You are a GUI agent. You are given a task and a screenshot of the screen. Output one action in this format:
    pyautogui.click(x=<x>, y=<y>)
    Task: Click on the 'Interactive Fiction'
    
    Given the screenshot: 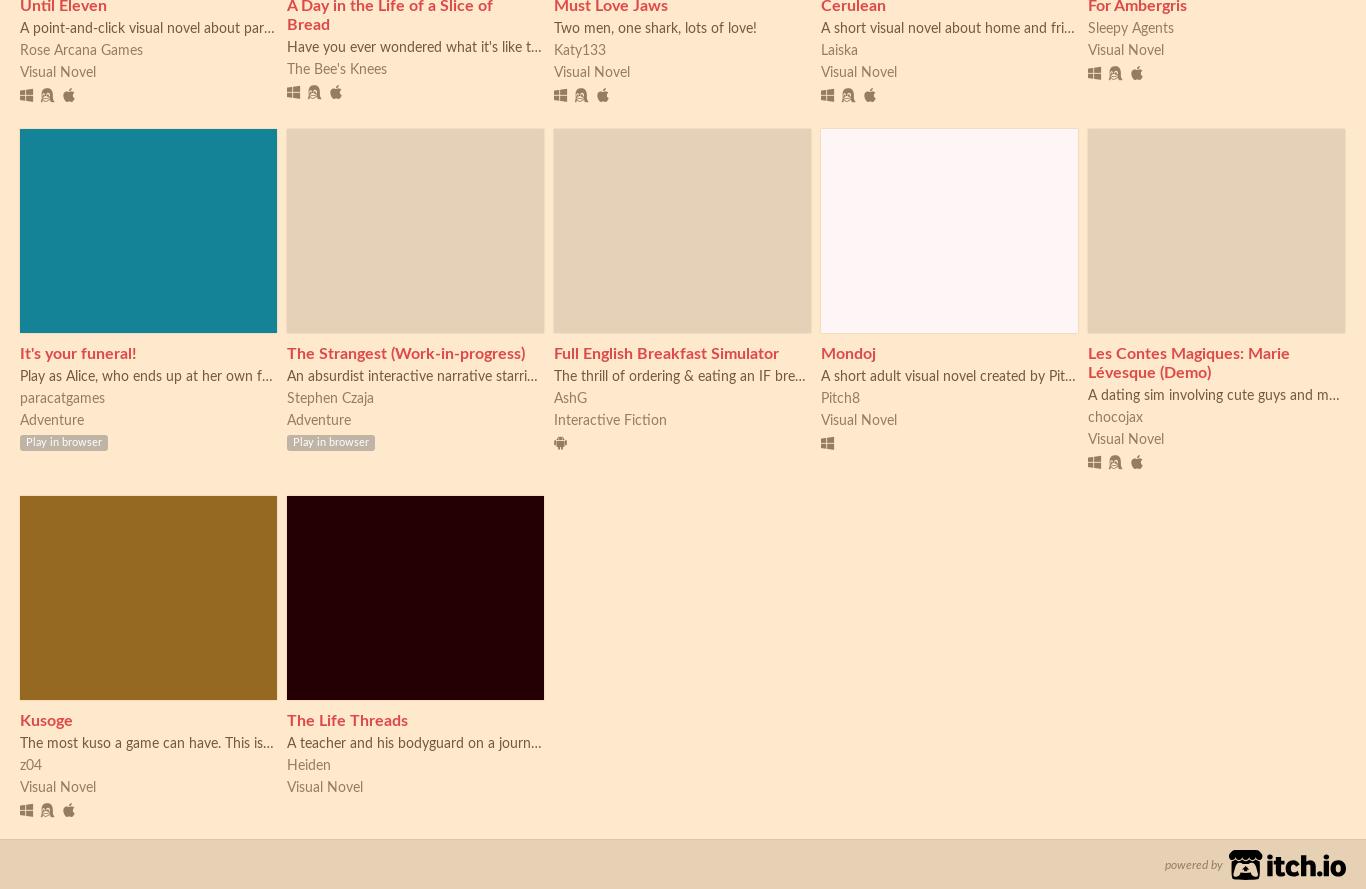 What is the action you would take?
    pyautogui.click(x=554, y=419)
    